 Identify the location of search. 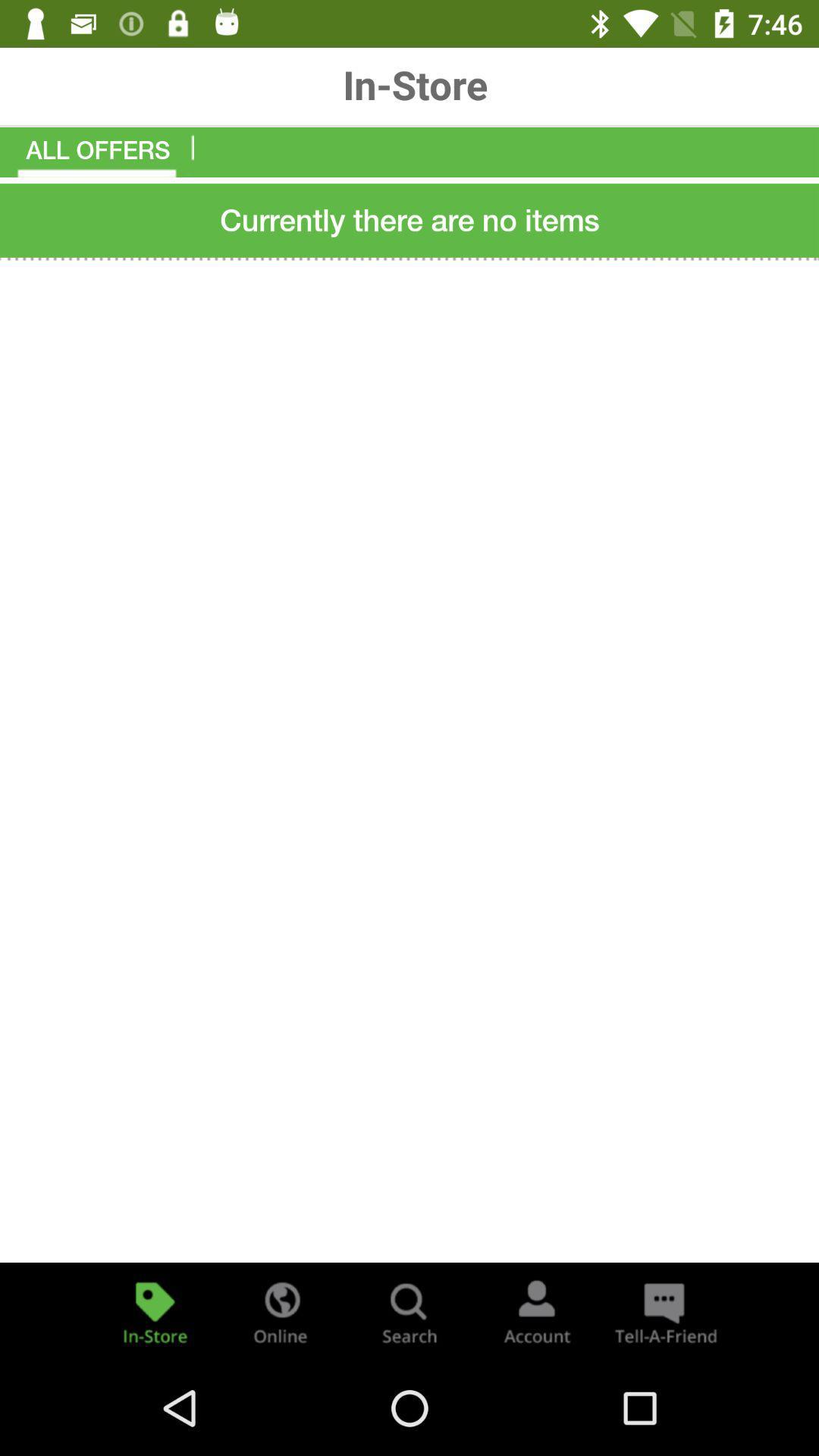
(409, 1310).